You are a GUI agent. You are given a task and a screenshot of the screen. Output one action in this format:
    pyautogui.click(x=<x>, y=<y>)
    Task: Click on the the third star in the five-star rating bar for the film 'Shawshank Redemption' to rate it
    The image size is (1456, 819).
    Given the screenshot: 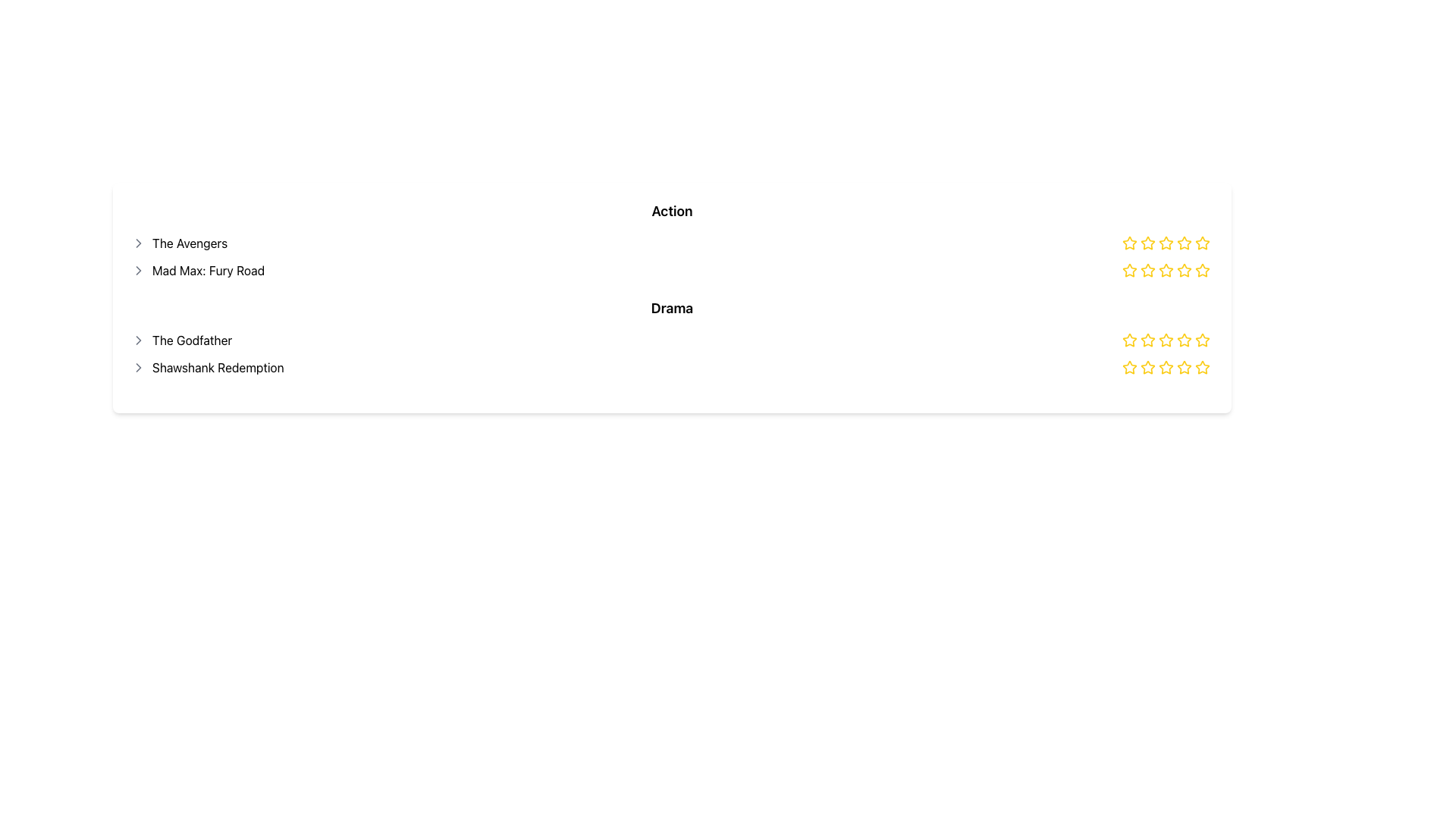 What is the action you would take?
    pyautogui.click(x=1165, y=367)
    